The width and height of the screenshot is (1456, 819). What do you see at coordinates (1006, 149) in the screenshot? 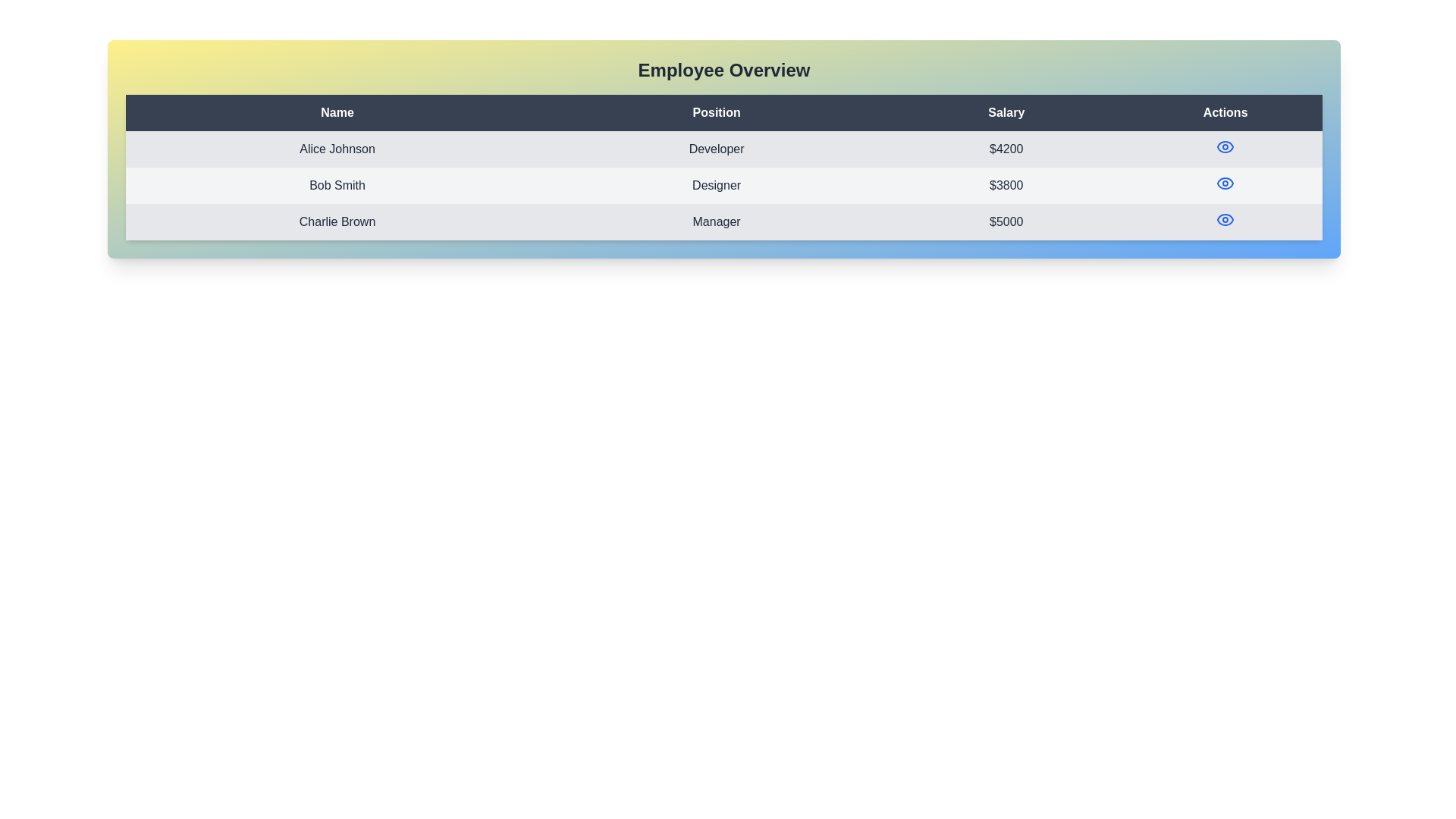
I see `the static text field displaying the salary '$4200' for the entry 'Alice Johnson' in the Salary column of the table` at bounding box center [1006, 149].